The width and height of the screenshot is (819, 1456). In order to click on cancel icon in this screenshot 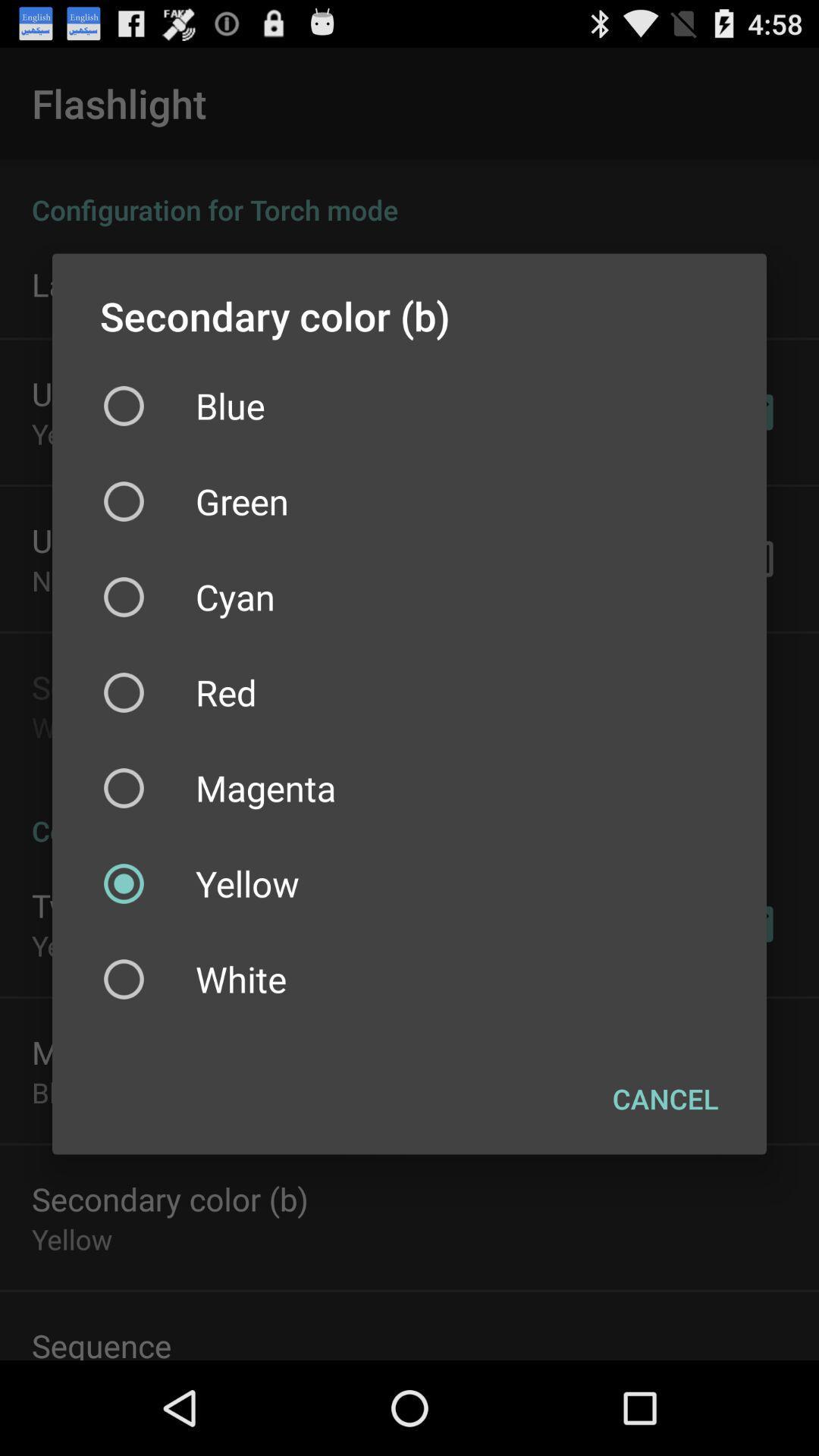, I will do `click(664, 1099)`.